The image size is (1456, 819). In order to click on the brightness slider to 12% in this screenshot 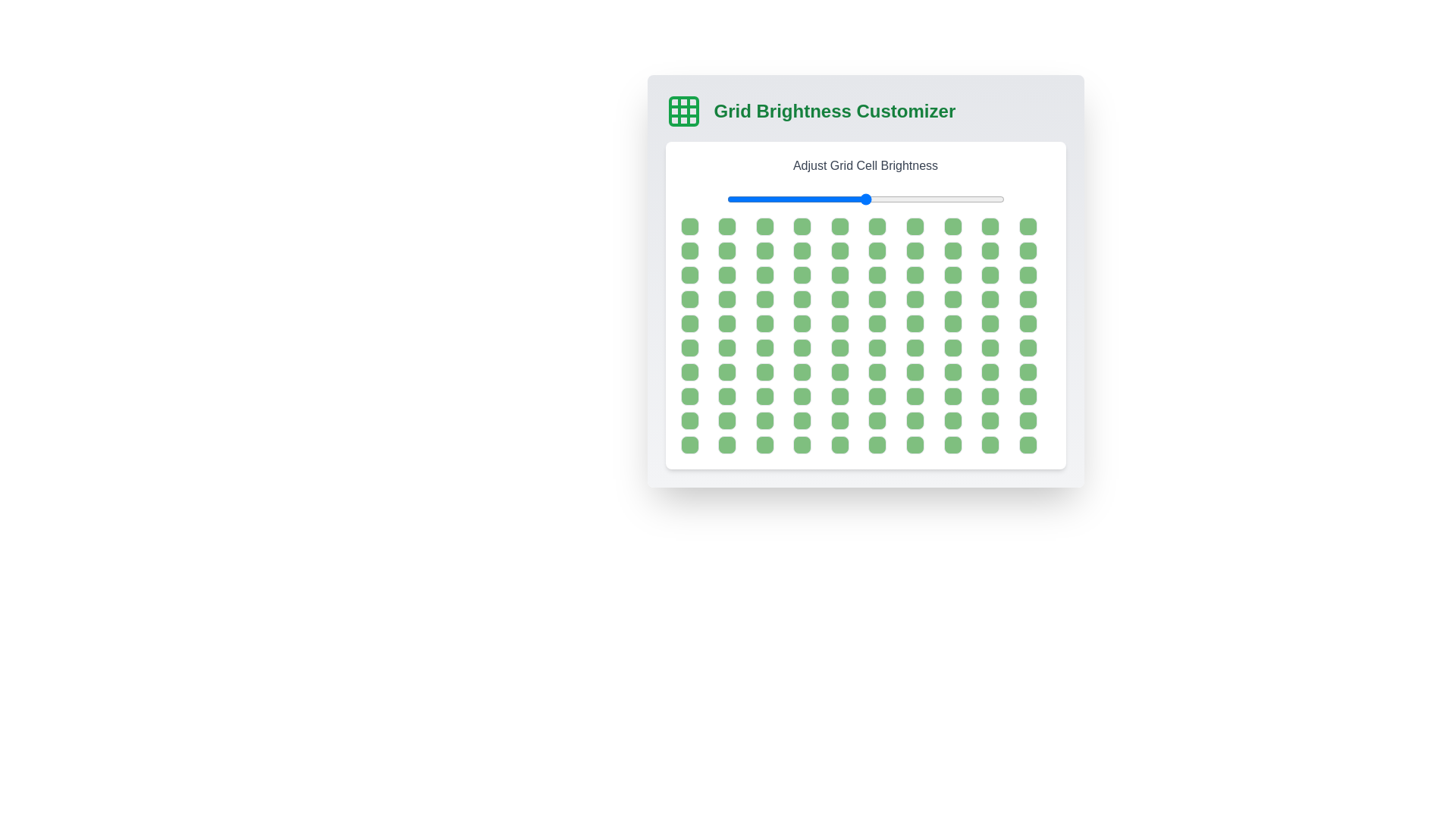, I will do `click(760, 198)`.